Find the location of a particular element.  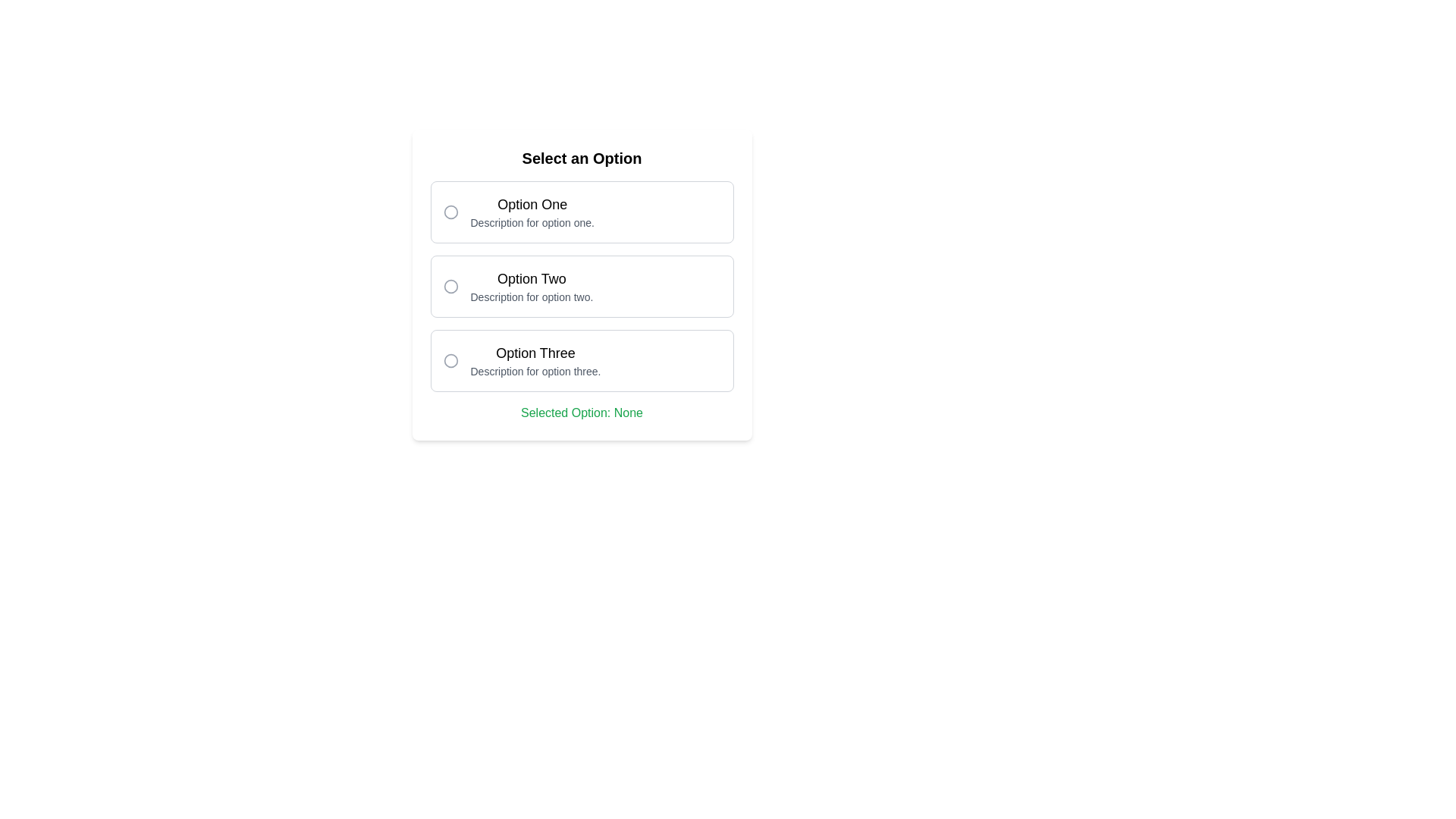

the Radio Button Indicator for 'Option One' in the 'Select an Option' list is located at coordinates (450, 212).